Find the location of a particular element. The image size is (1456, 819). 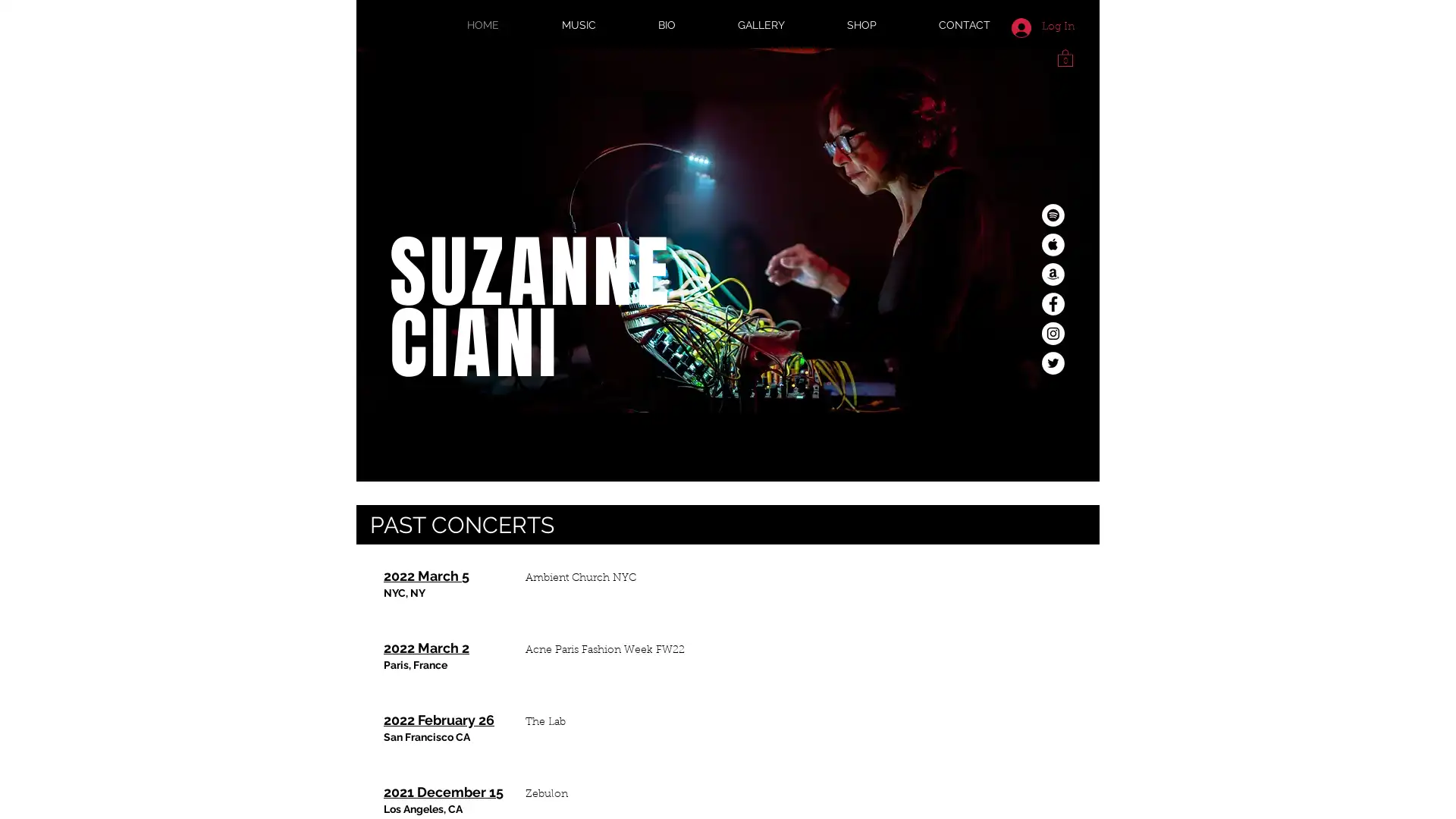

Cart with 0 items is located at coordinates (1065, 56).